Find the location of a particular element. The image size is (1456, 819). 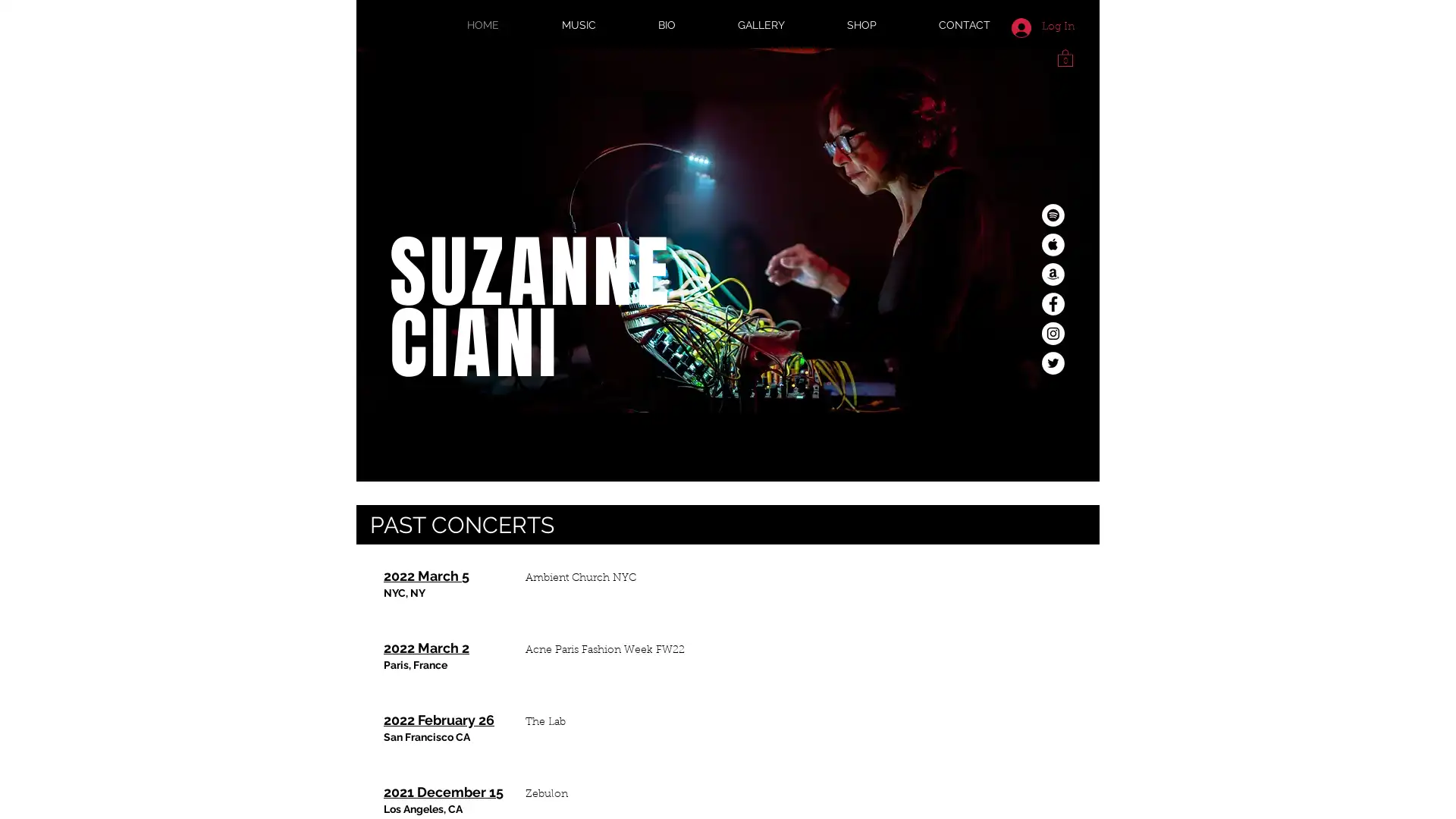

Cart with 0 items is located at coordinates (1065, 56).